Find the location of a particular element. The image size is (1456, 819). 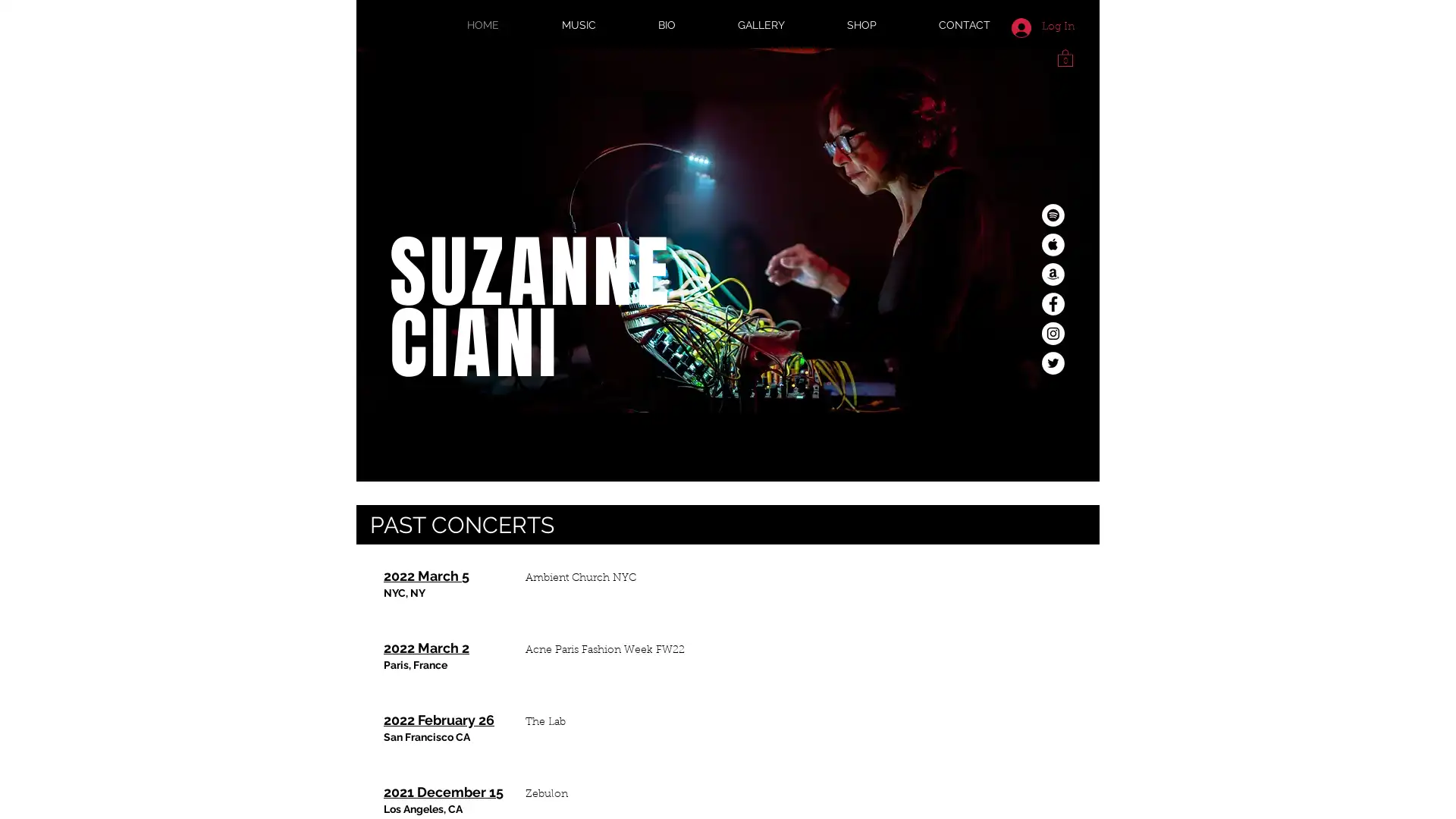

Cart with 0 items is located at coordinates (1065, 56).